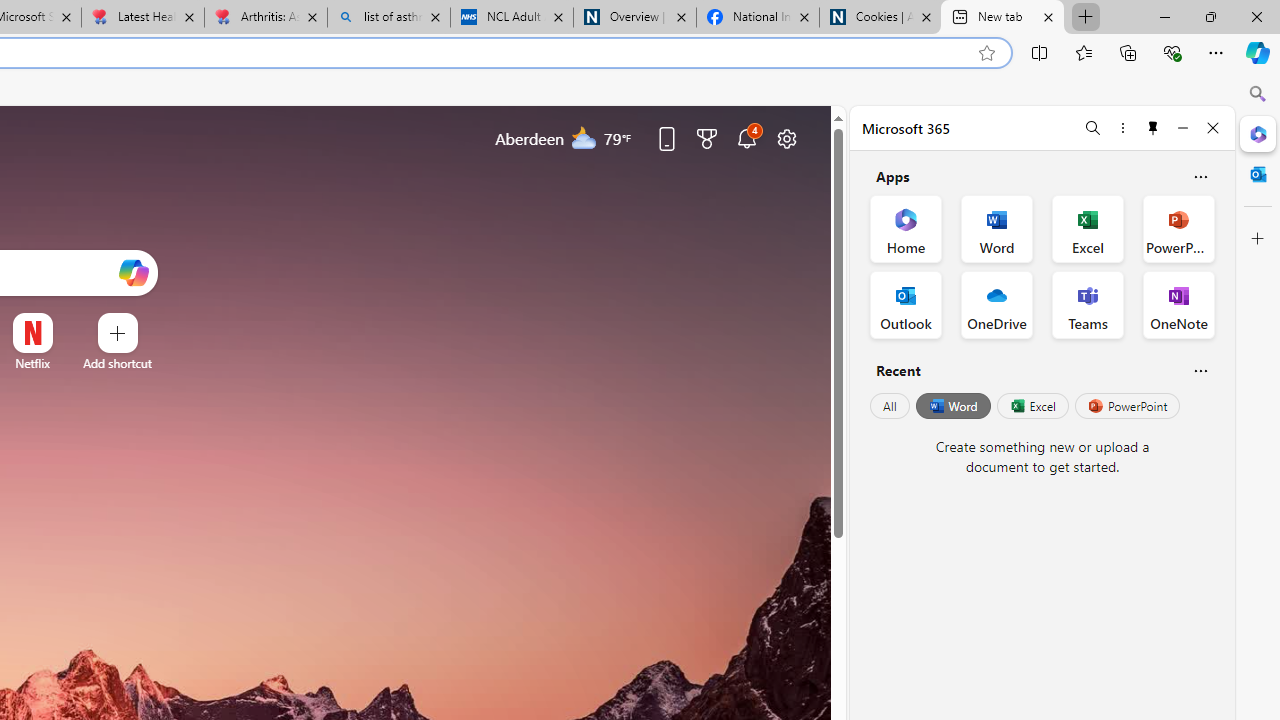 The width and height of the screenshot is (1280, 720). What do you see at coordinates (116, 363) in the screenshot?
I see `'Add a site'` at bounding box center [116, 363].